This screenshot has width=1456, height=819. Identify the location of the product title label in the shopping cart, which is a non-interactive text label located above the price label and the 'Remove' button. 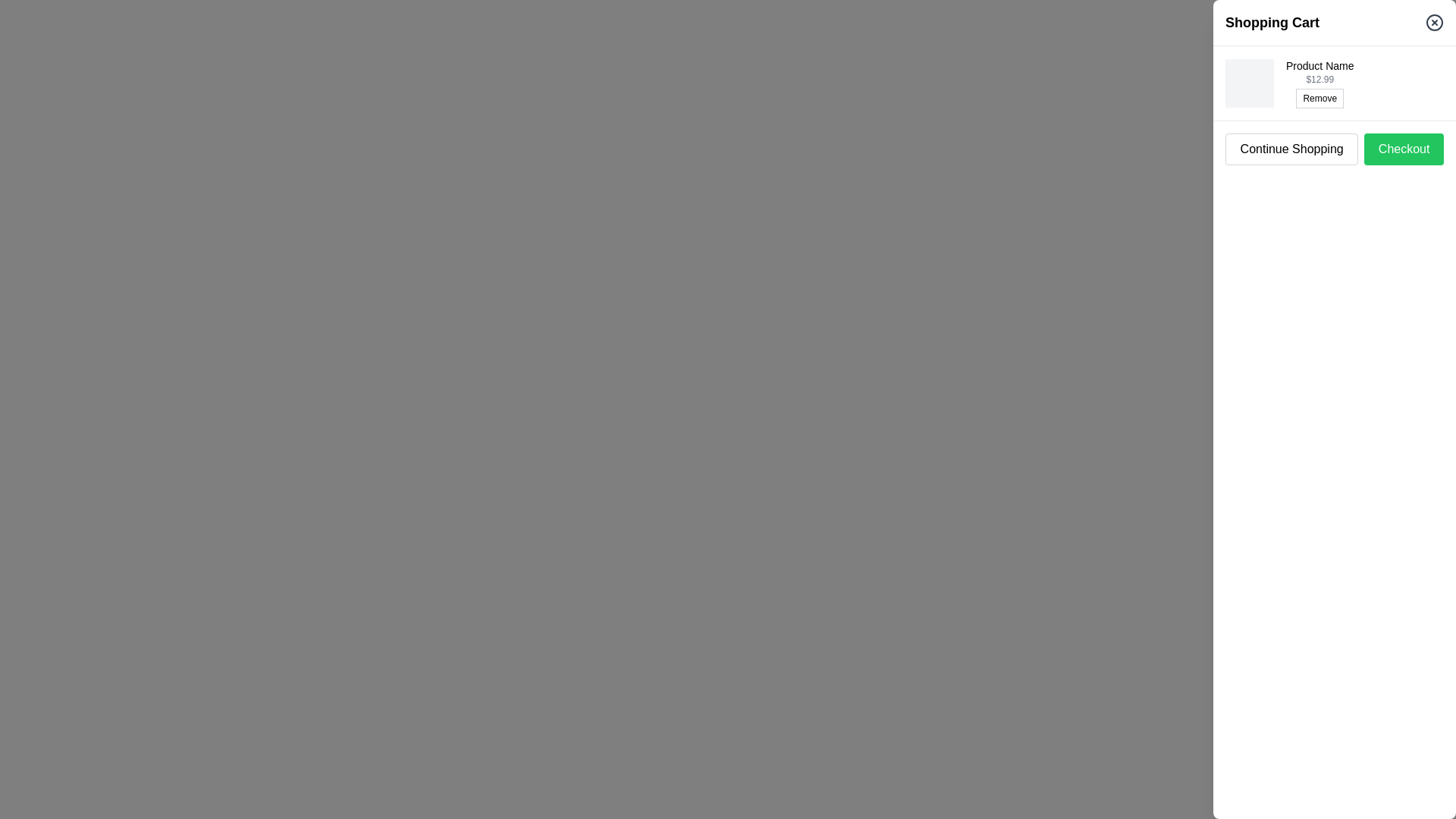
(1319, 65).